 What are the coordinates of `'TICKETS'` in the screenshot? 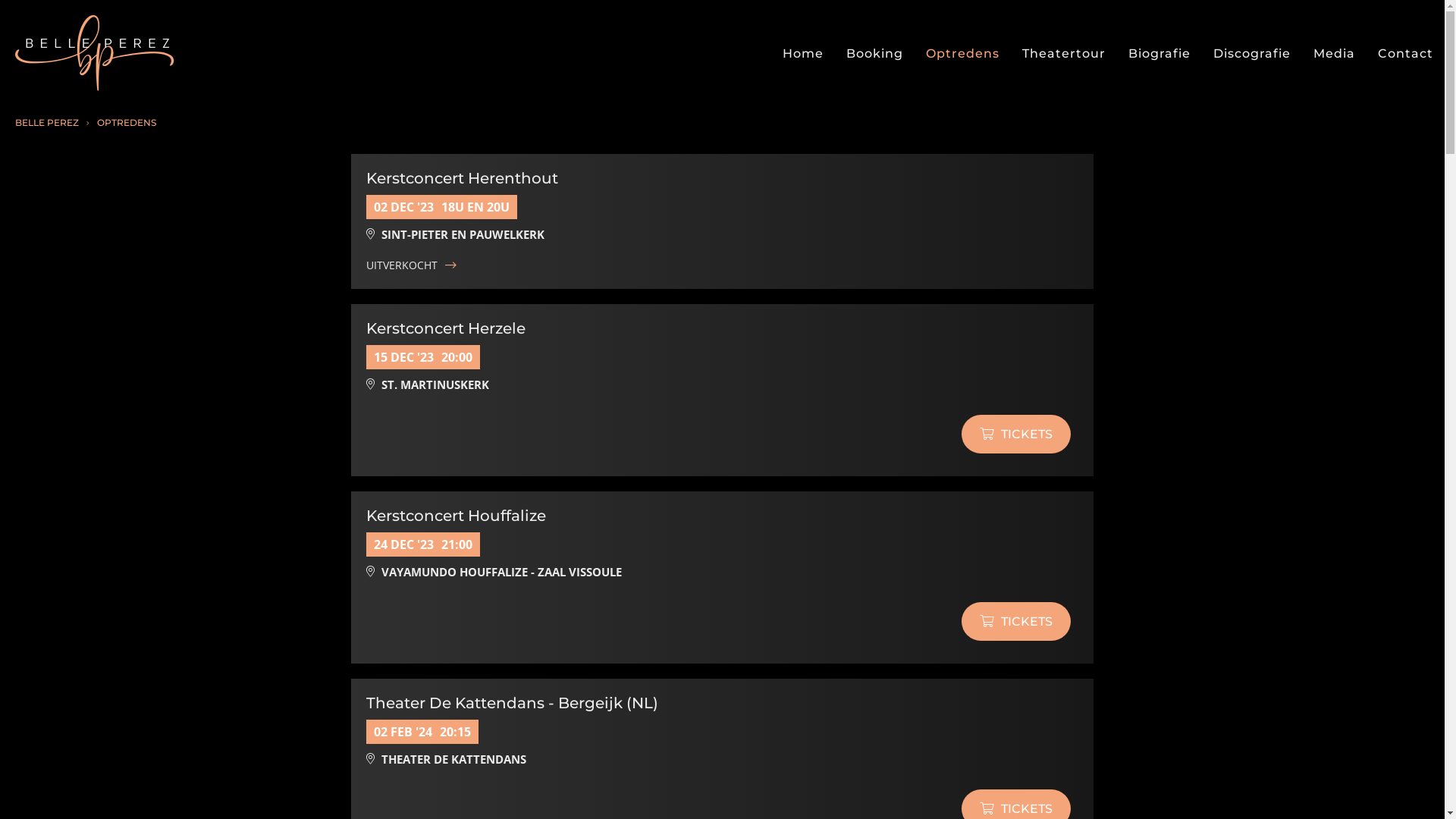 It's located at (1015, 434).